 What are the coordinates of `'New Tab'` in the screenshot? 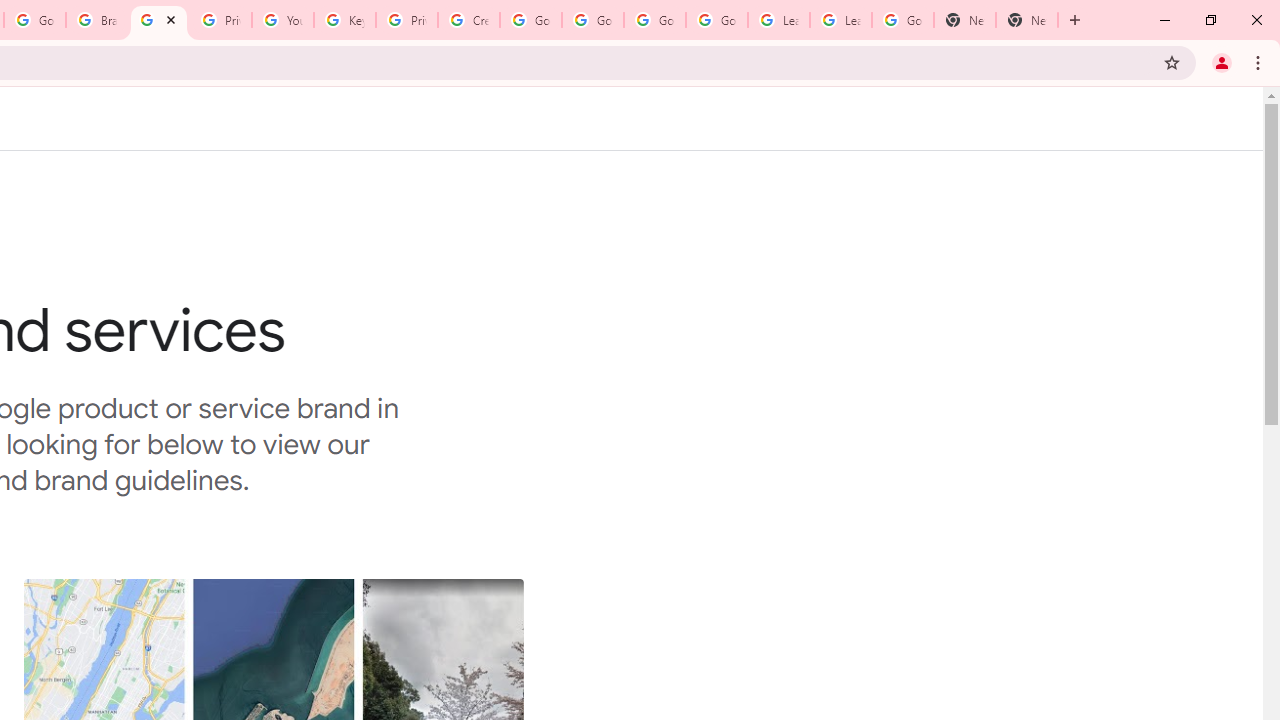 It's located at (965, 20).